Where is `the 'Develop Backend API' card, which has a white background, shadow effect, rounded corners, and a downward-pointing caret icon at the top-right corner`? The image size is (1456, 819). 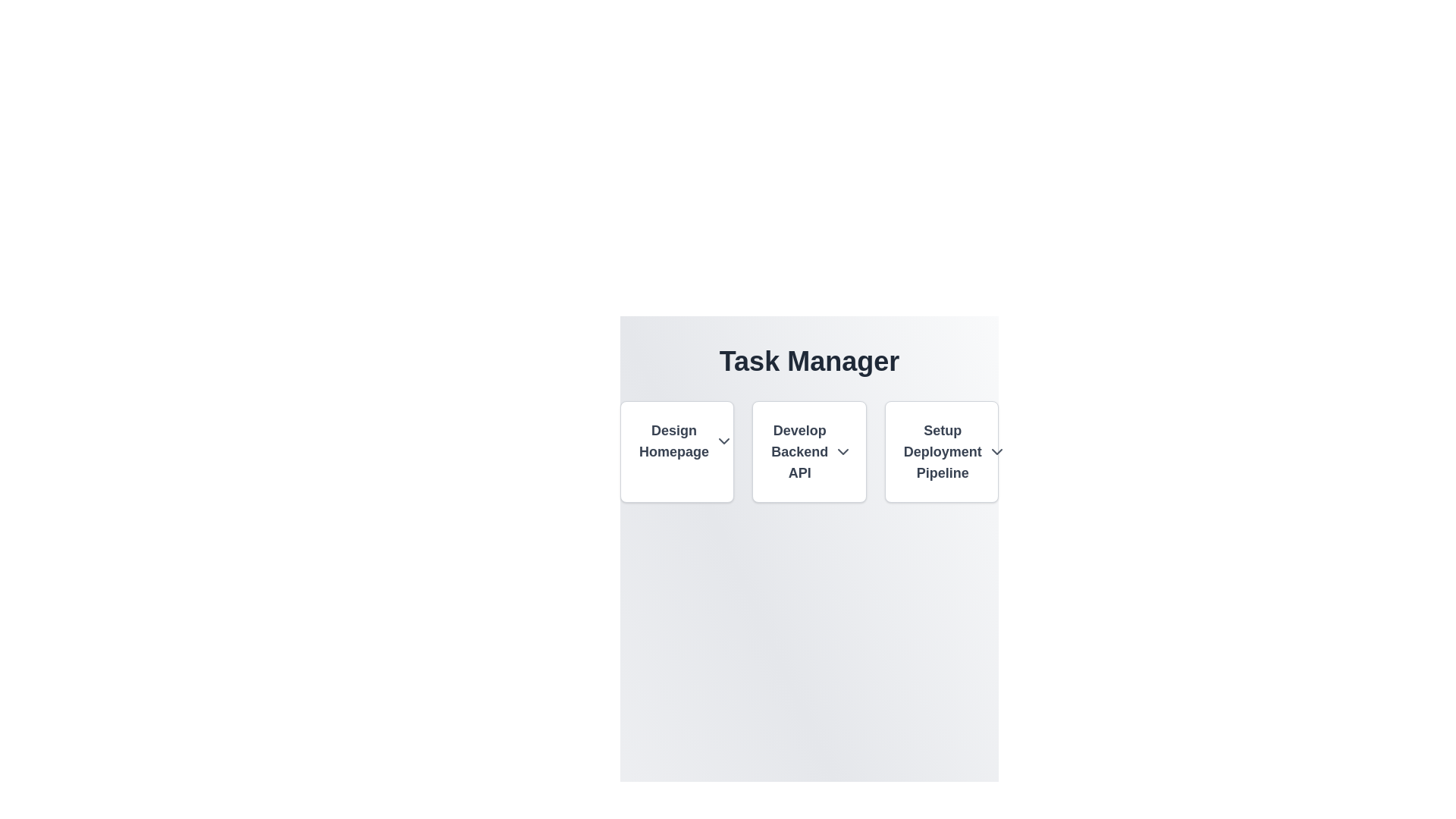
the 'Develop Backend API' card, which has a white background, shadow effect, rounded corners, and a downward-pointing caret icon at the top-right corner is located at coordinates (808, 451).